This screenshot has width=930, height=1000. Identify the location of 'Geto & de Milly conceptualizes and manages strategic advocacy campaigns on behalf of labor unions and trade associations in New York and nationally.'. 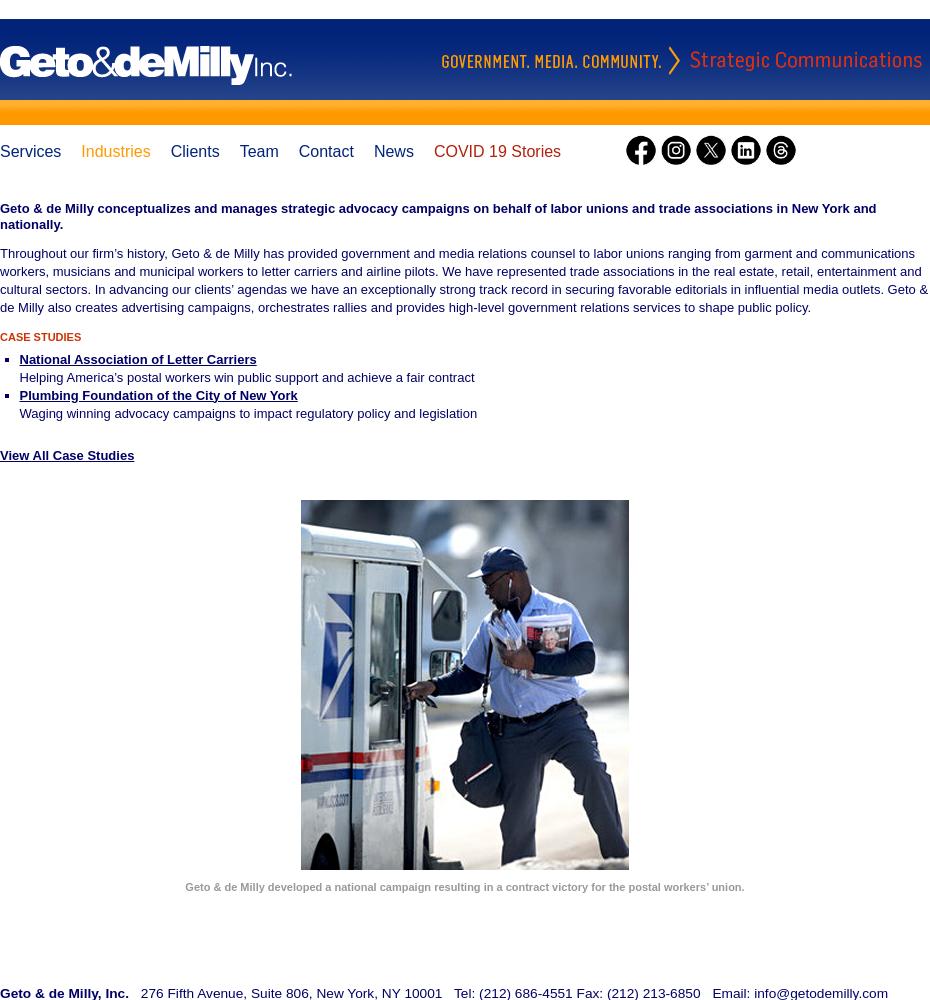
(0, 215).